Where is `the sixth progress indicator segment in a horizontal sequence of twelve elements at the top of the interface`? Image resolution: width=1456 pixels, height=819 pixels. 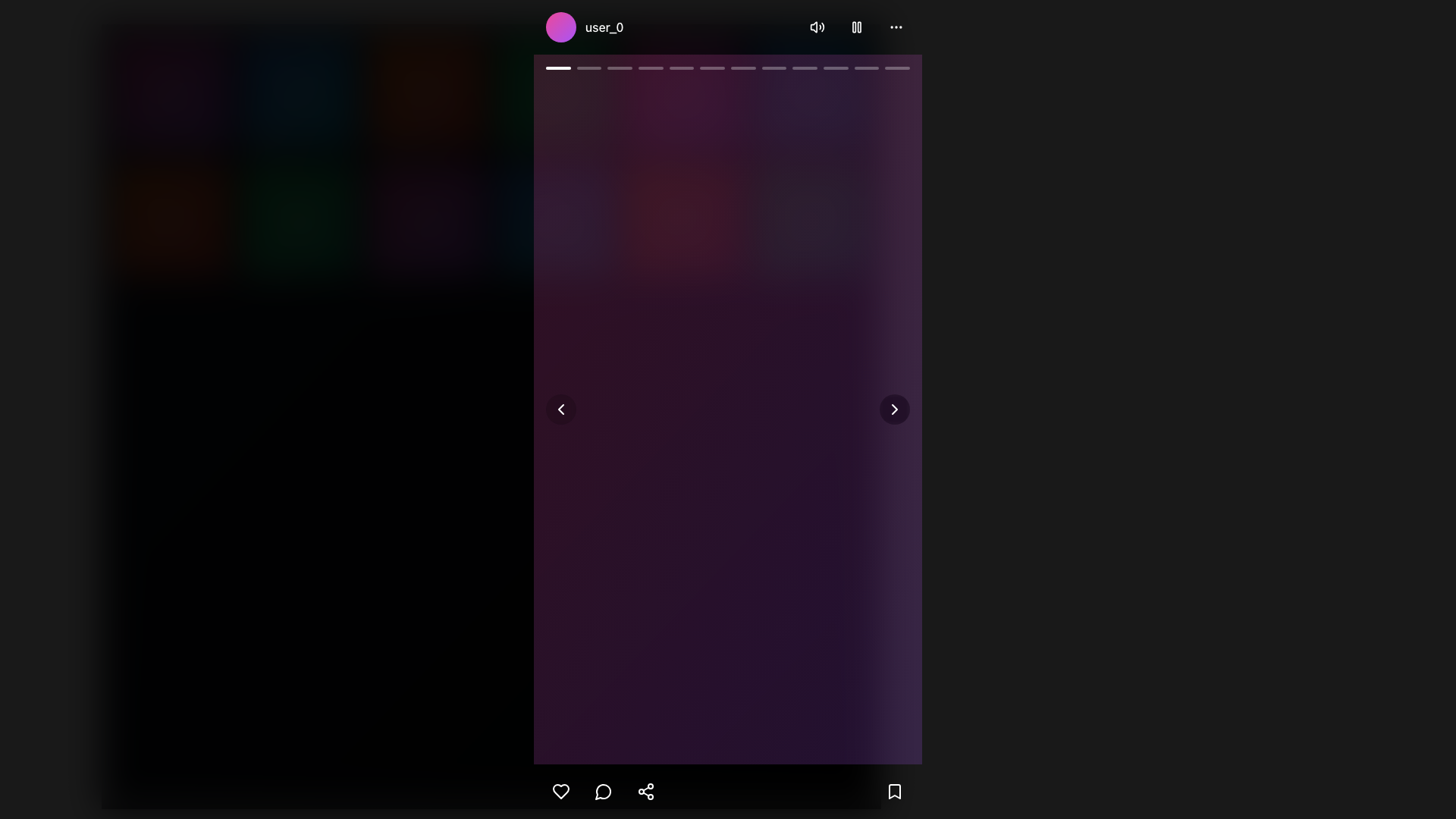 the sixth progress indicator segment in a horizontal sequence of twelve elements at the top of the interface is located at coordinates (711, 67).